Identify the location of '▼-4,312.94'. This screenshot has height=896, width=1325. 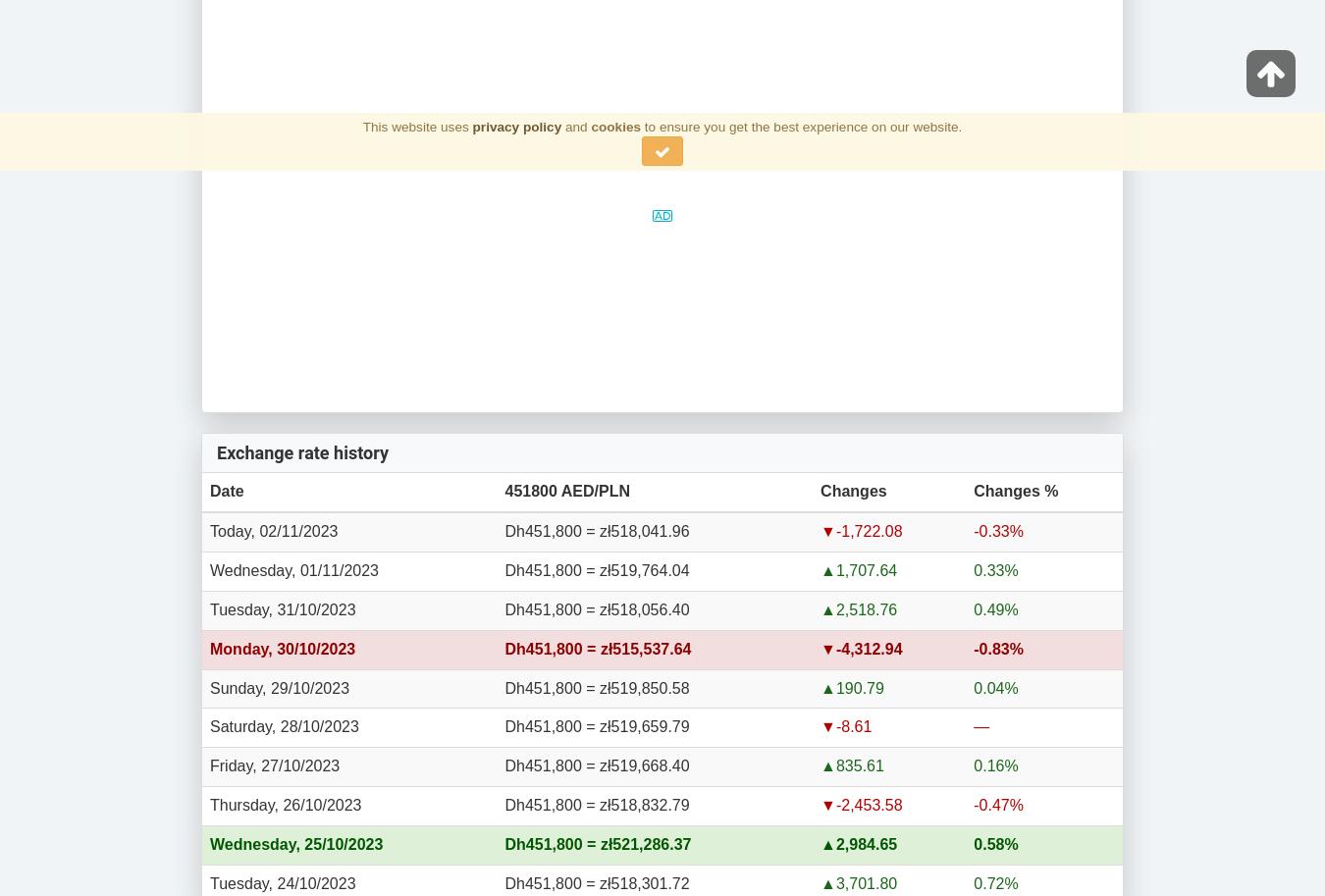
(861, 647).